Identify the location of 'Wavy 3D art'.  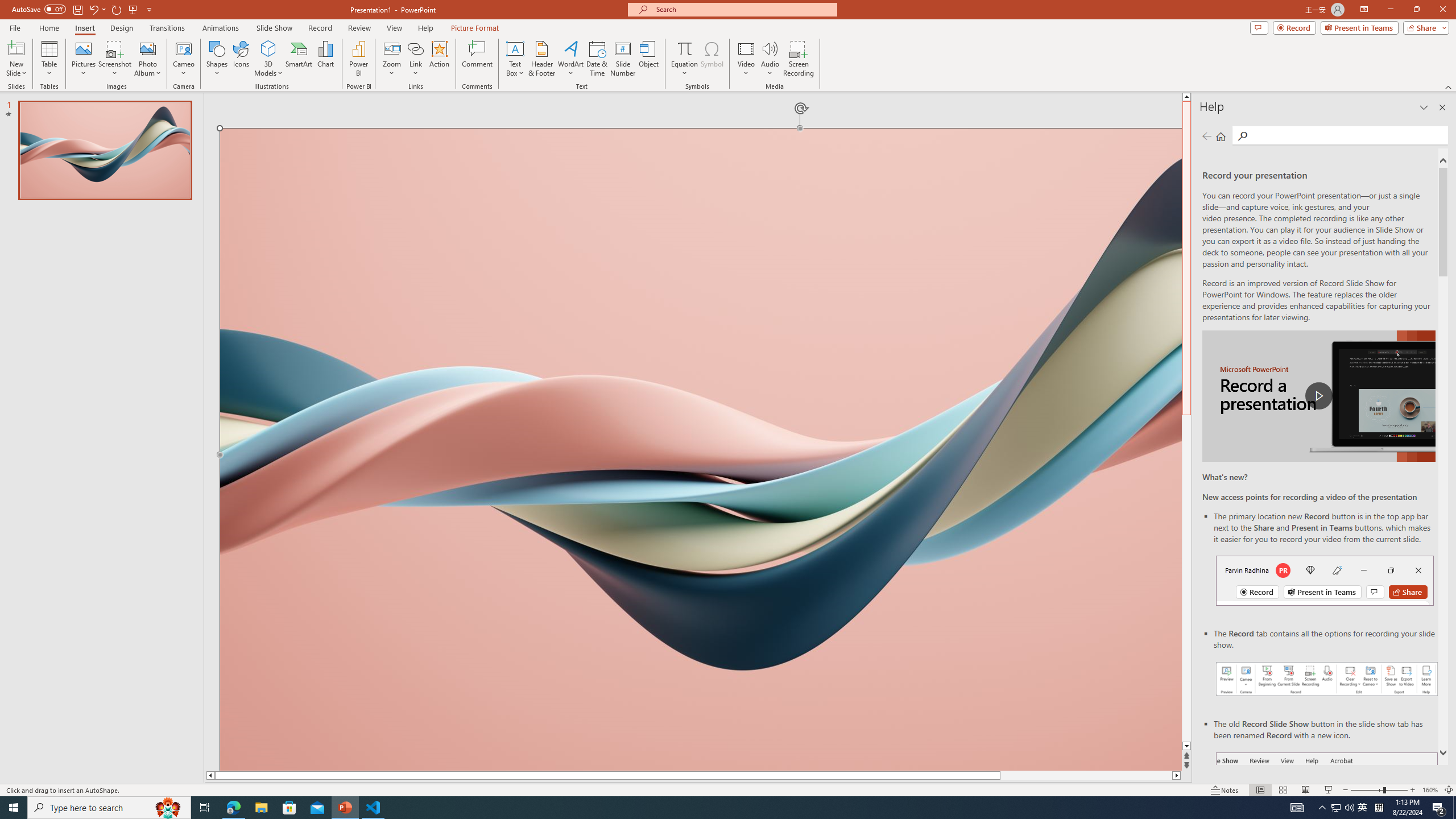
(700, 449).